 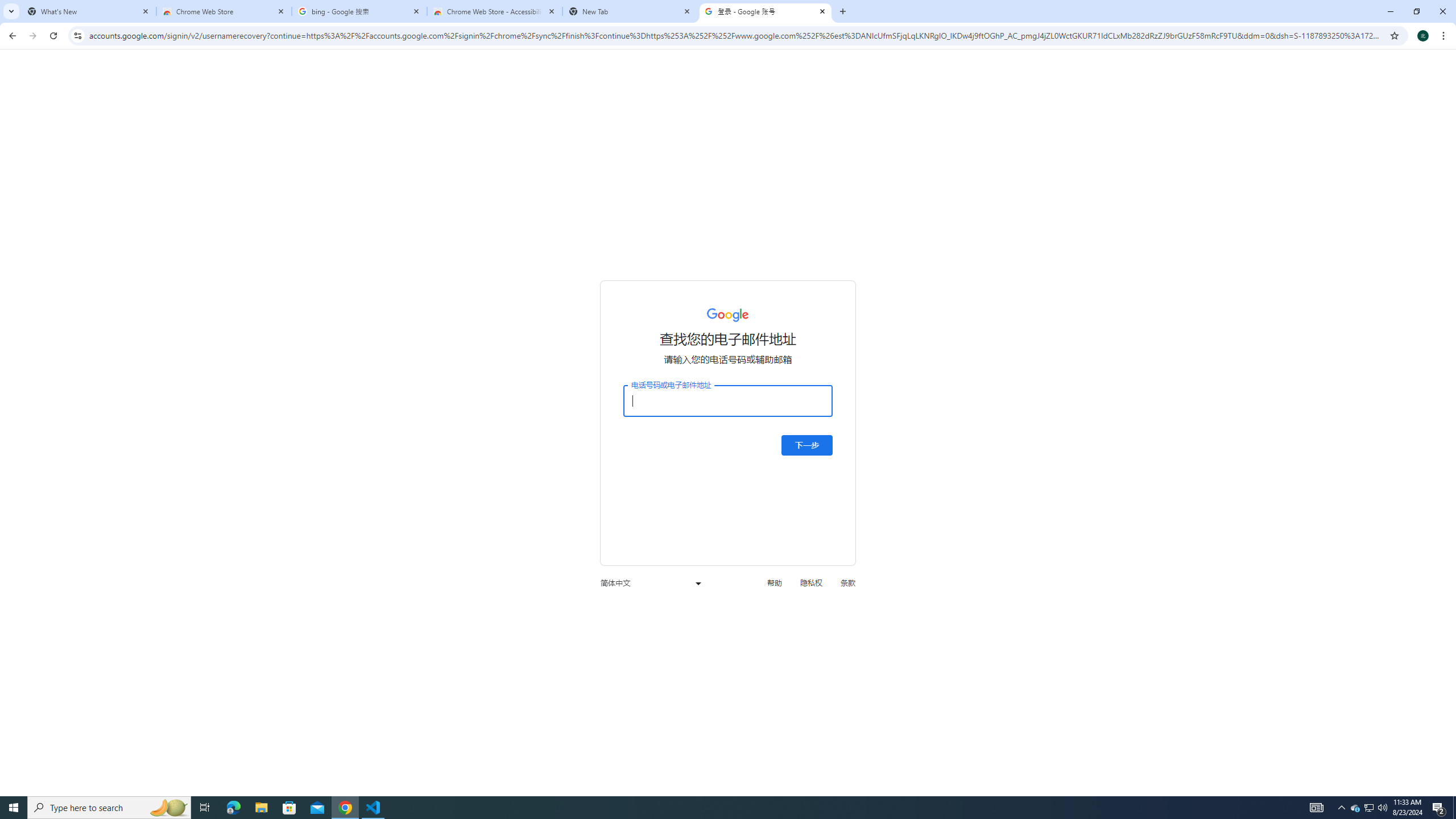 I want to click on 'Undo Apply Quick Style Set', so click(x=160, y=18).